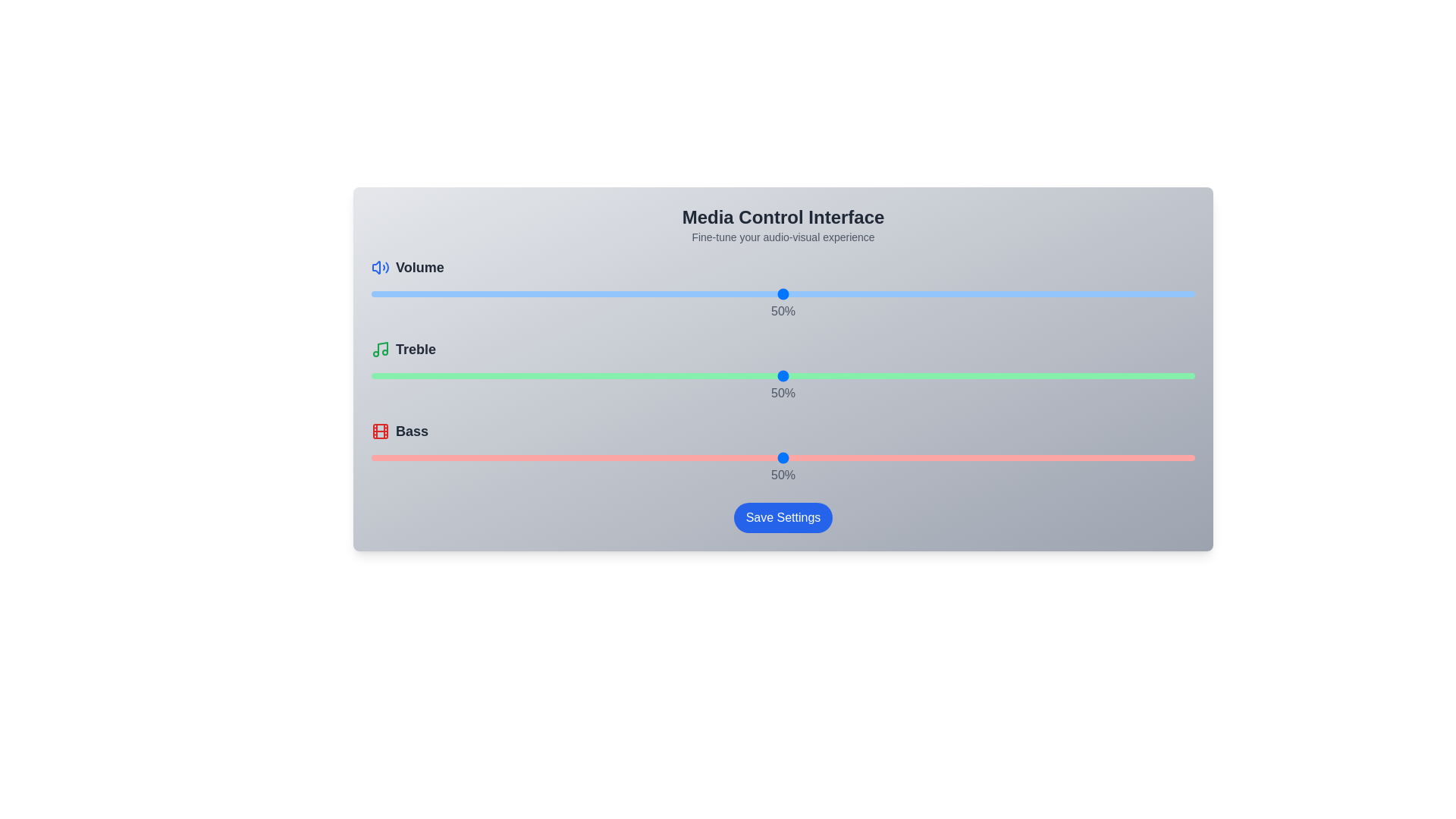  What do you see at coordinates (882, 294) in the screenshot?
I see `the slider value` at bounding box center [882, 294].